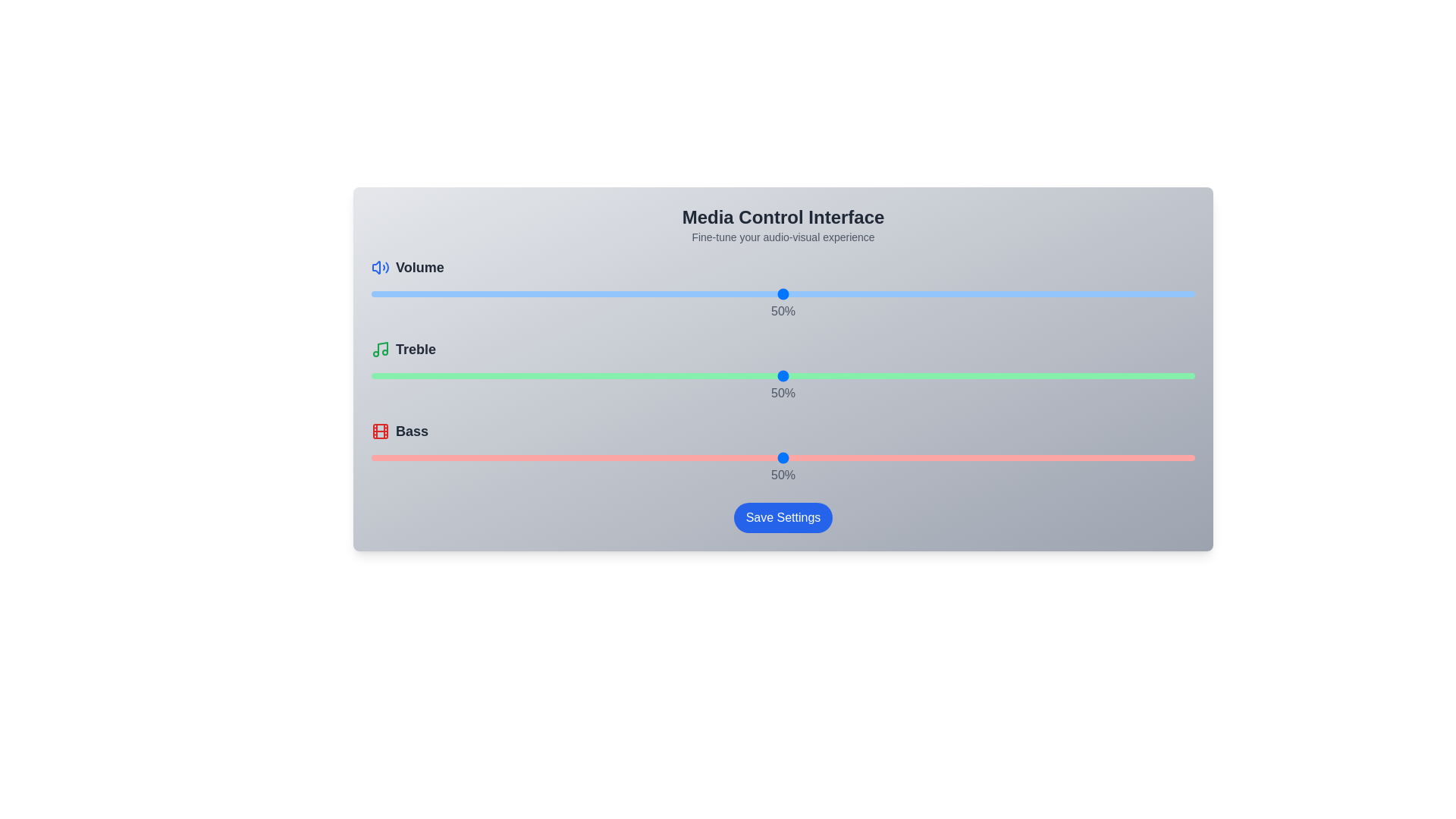  What do you see at coordinates (882, 294) in the screenshot?
I see `the slider value` at bounding box center [882, 294].